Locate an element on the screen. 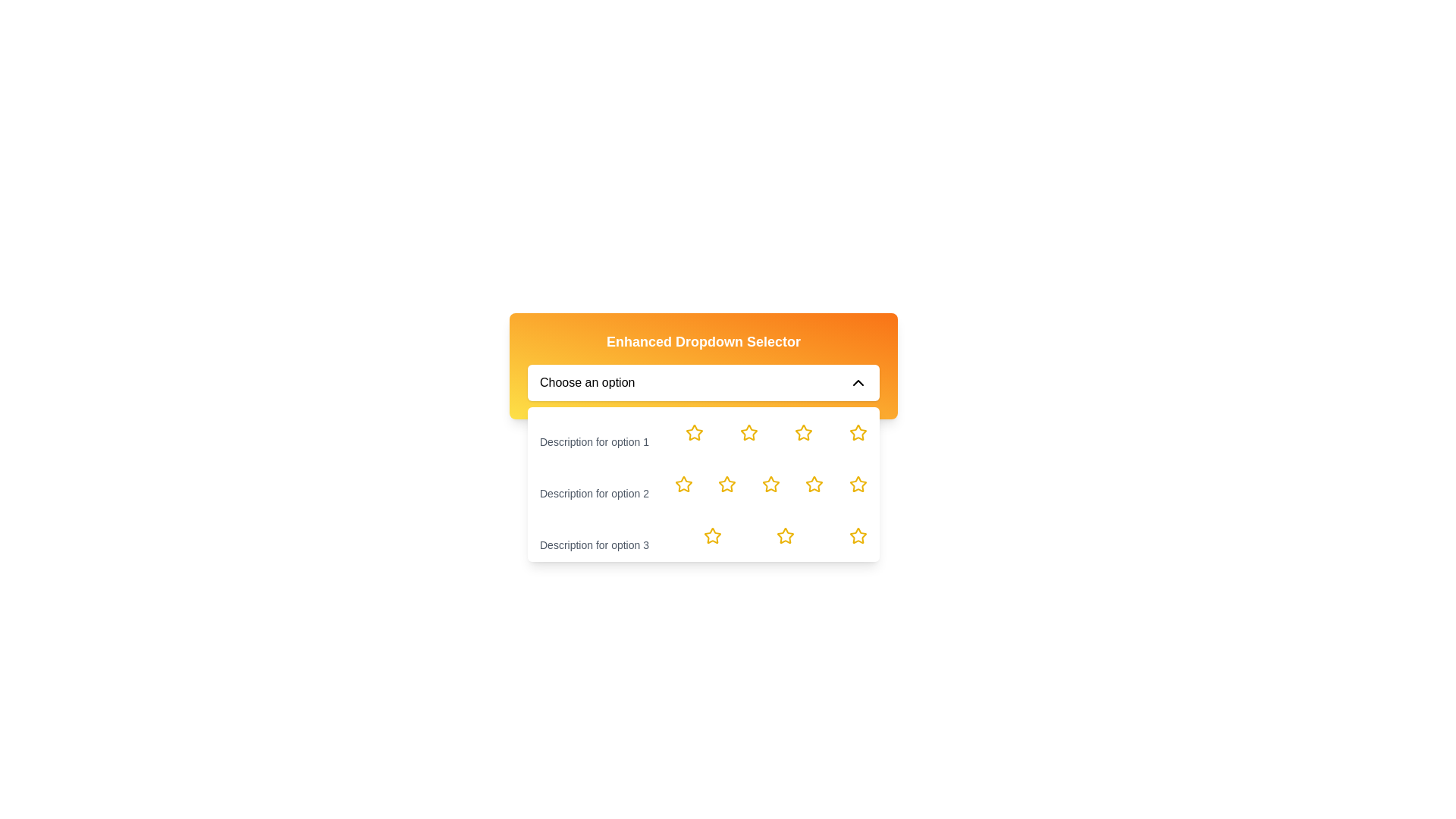 This screenshot has width=1456, height=819. the first star icon in the row associated with 'Description for option 1' is located at coordinates (694, 432).